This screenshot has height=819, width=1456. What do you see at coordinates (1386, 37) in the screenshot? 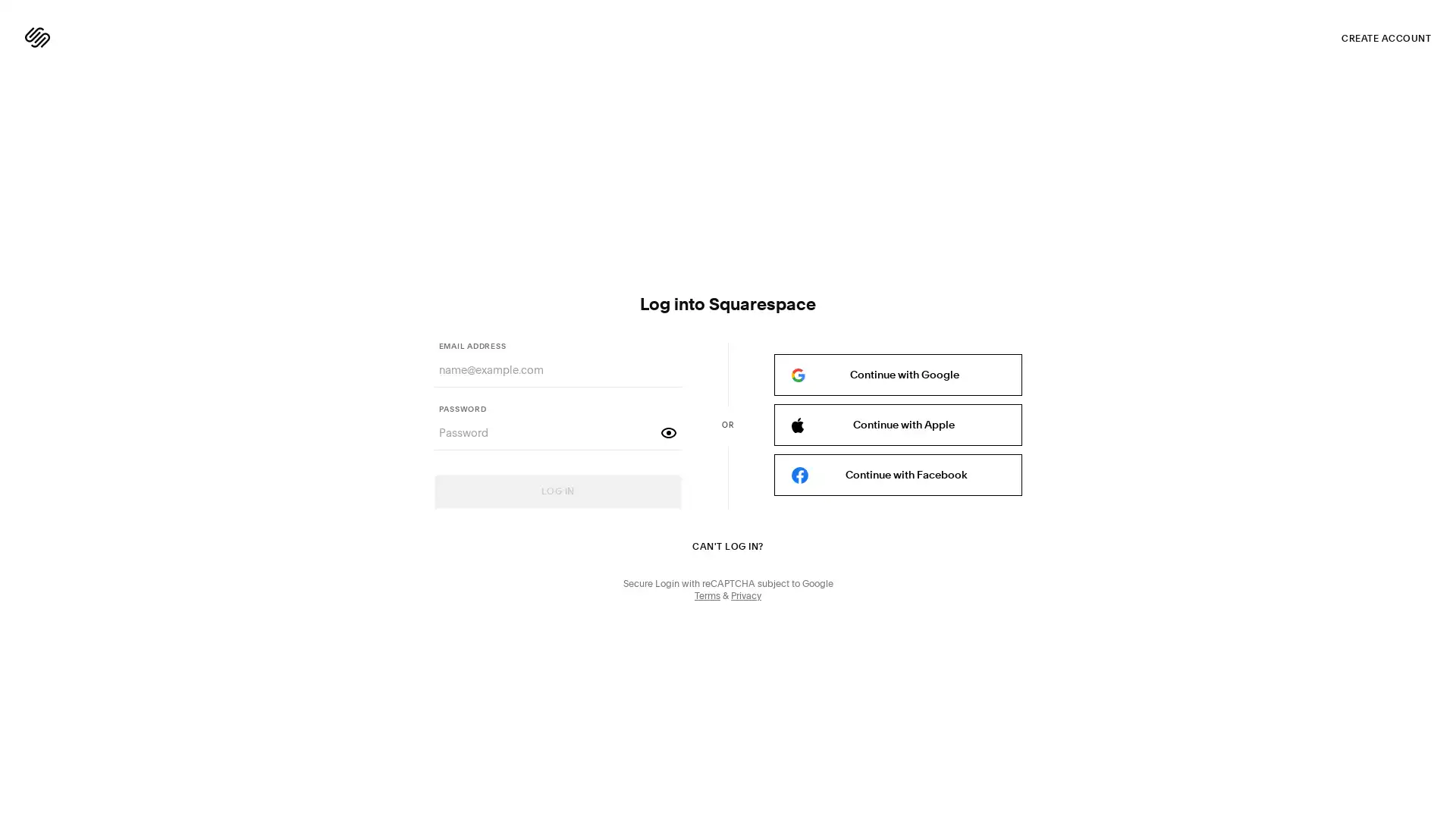
I see `CREATE ACCOUNT` at bounding box center [1386, 37].